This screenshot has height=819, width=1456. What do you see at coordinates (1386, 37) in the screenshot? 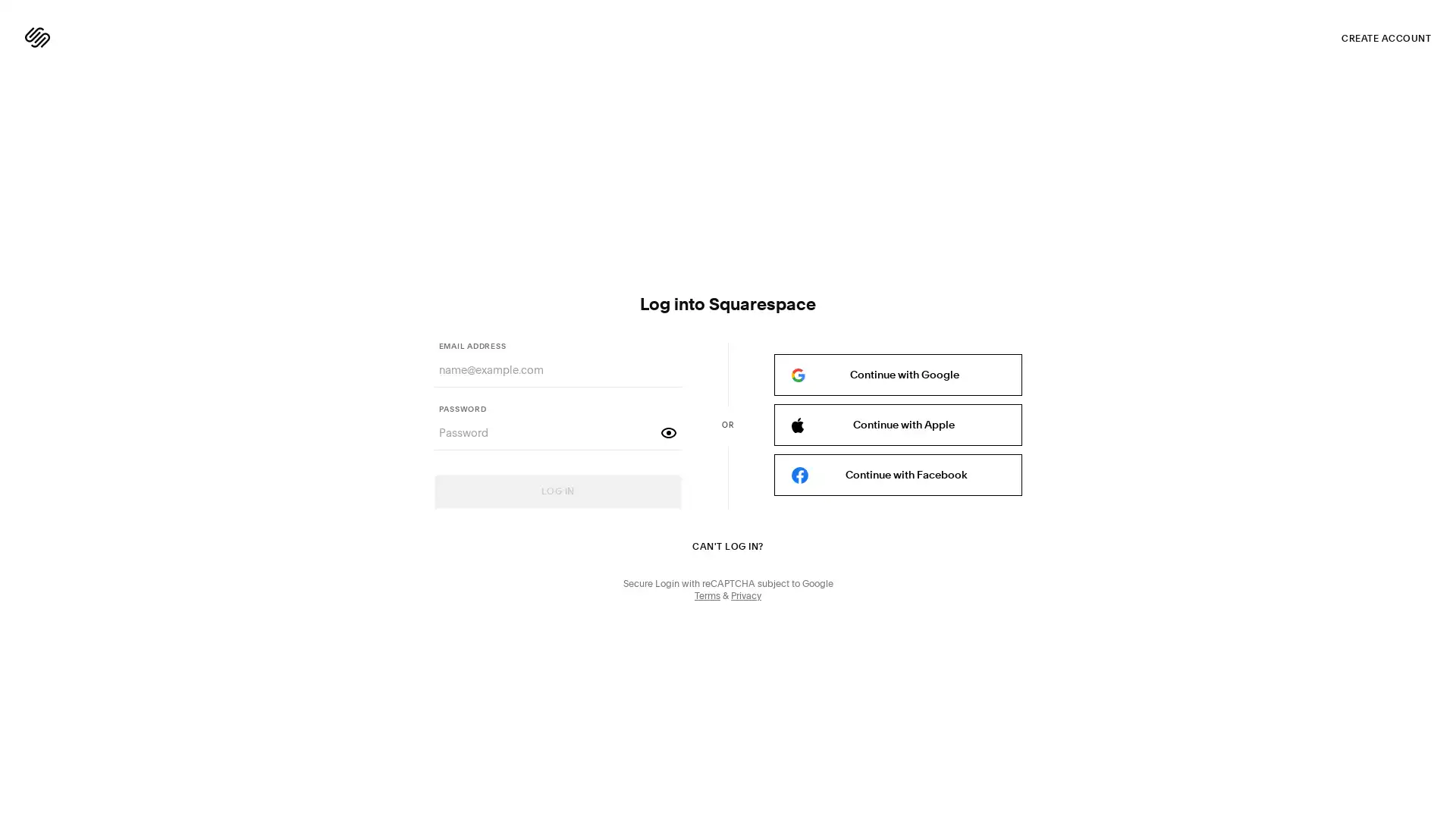
I see `CREATE ACCOUNT` at bounding box center [1386, 37].